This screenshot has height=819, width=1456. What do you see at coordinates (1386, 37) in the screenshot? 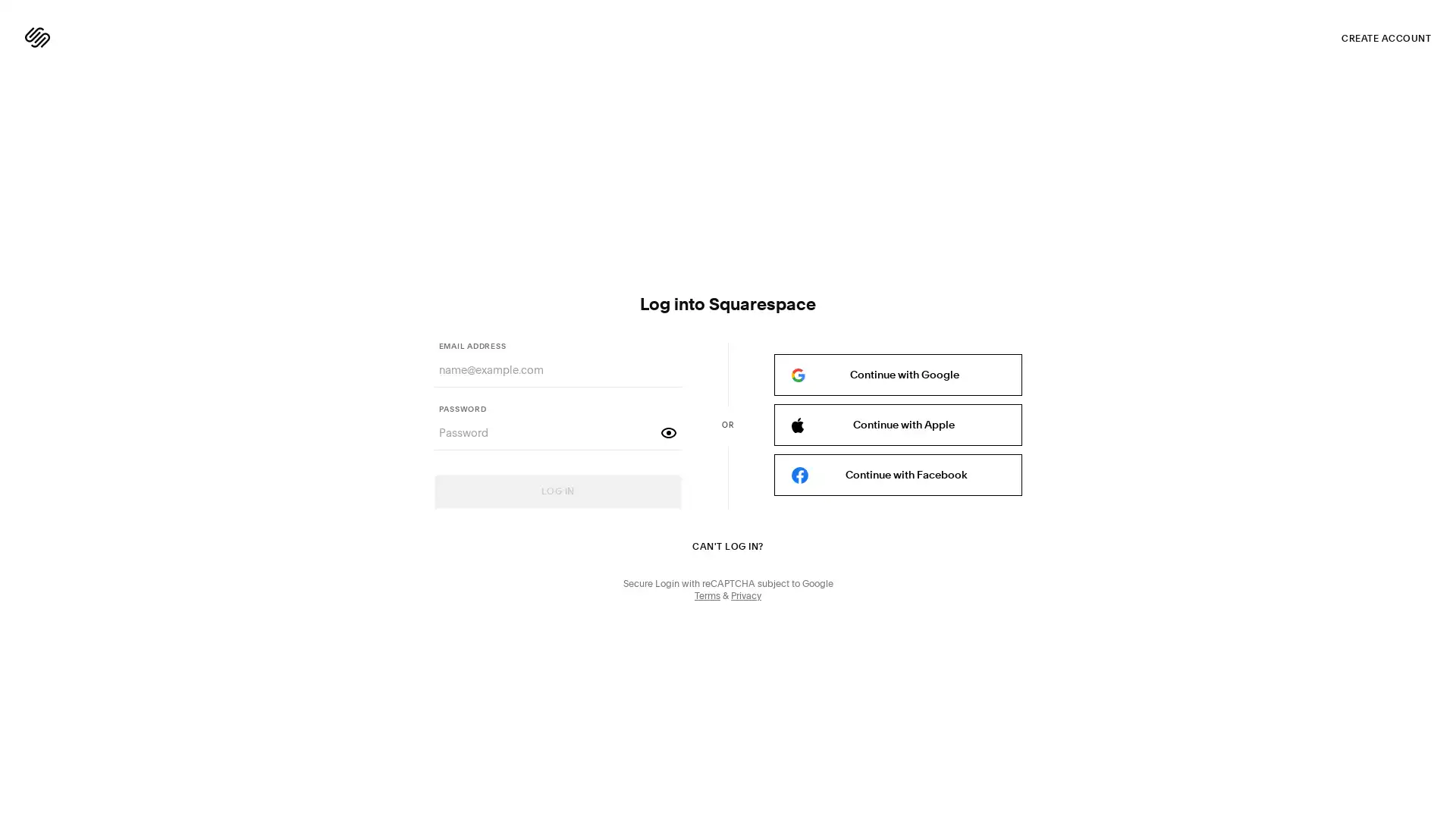
I see `CREATE ACCOUNT` at bounding box center [1386, 37].